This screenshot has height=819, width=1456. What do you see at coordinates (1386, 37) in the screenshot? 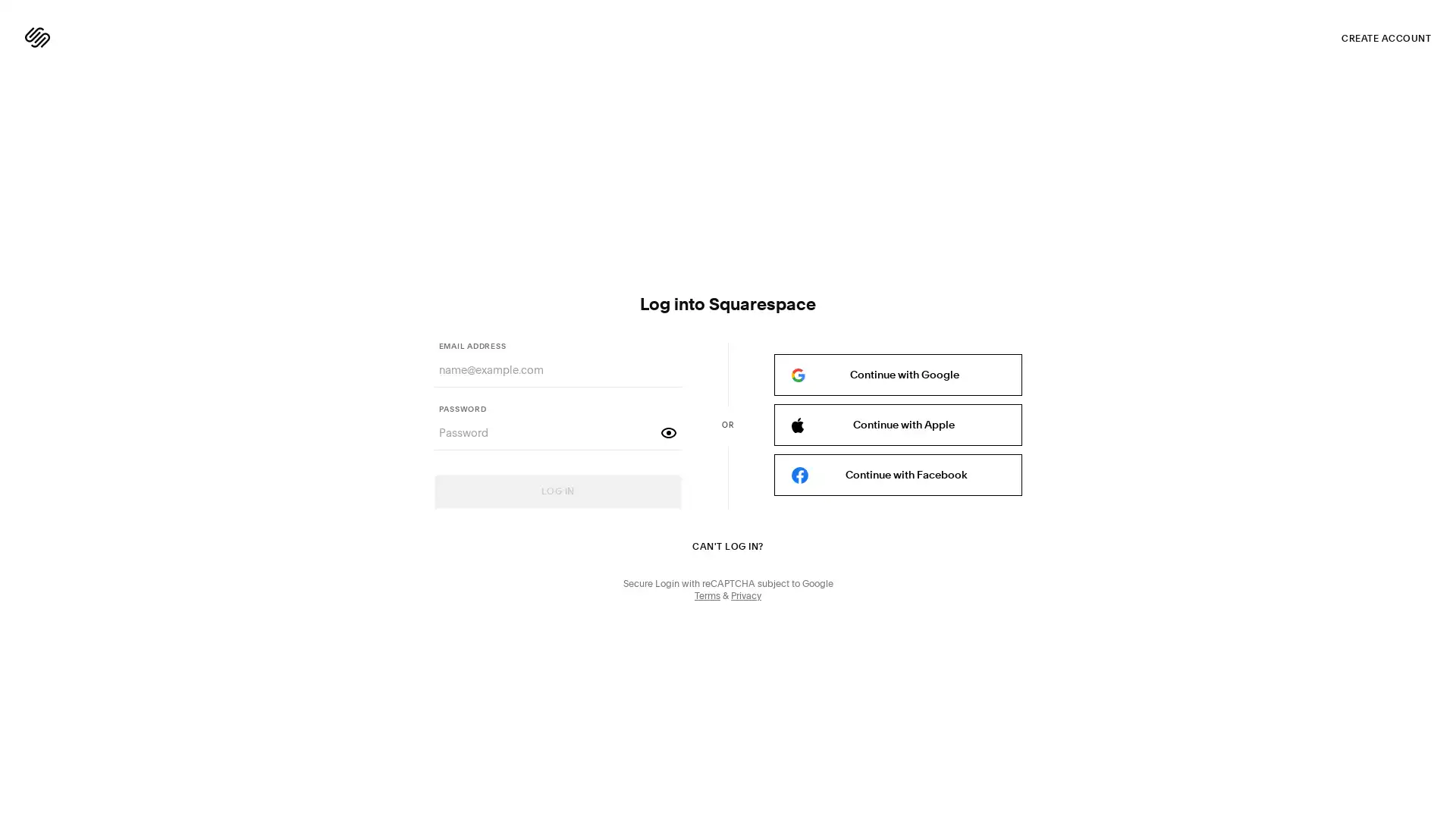
I see `CREATE ACCOUNT` at bounding box center [1386, 37].